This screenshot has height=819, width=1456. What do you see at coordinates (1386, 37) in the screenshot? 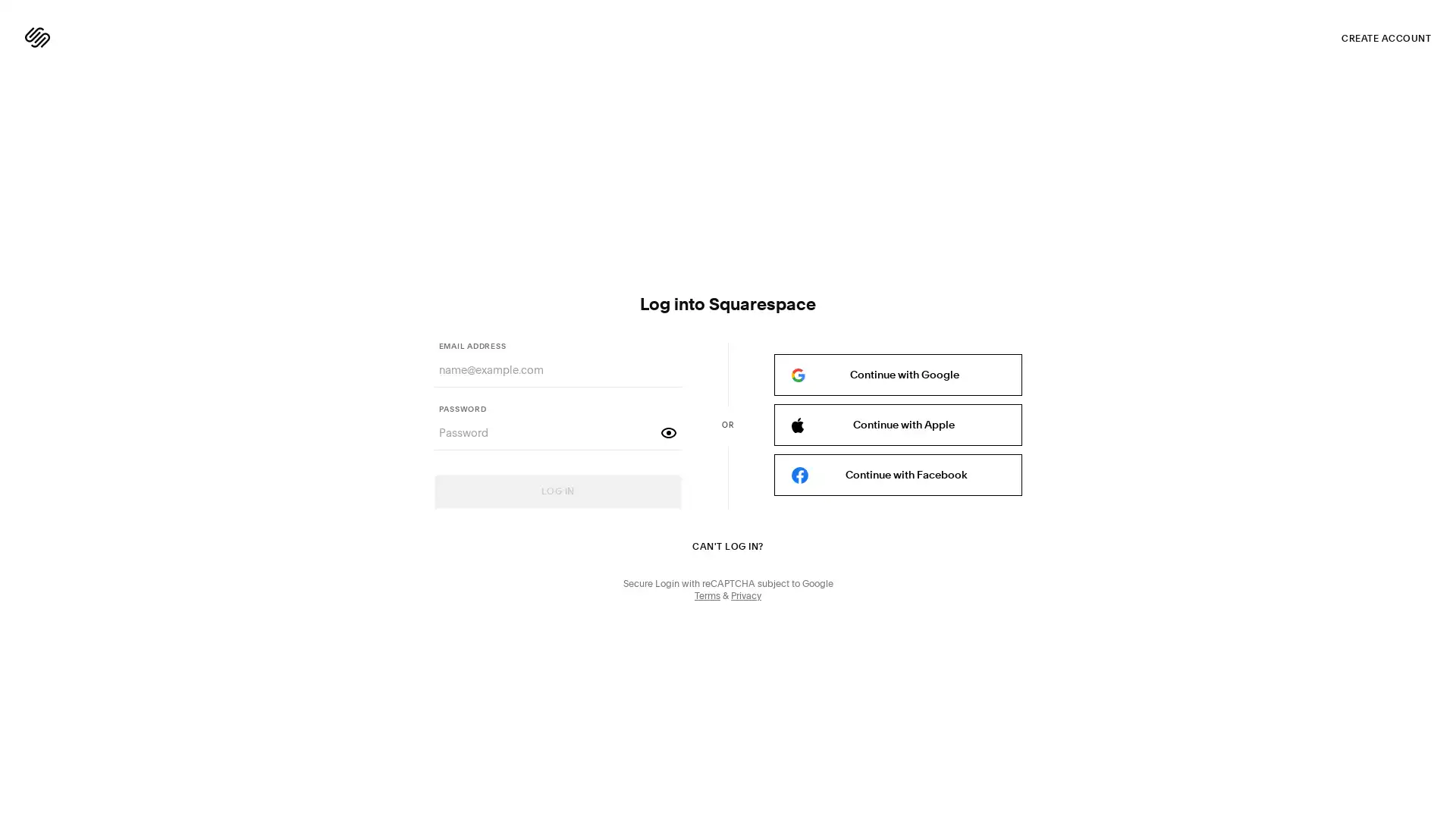
I see `CREATE ACCOUNT` at bounding box center [1386, 37].